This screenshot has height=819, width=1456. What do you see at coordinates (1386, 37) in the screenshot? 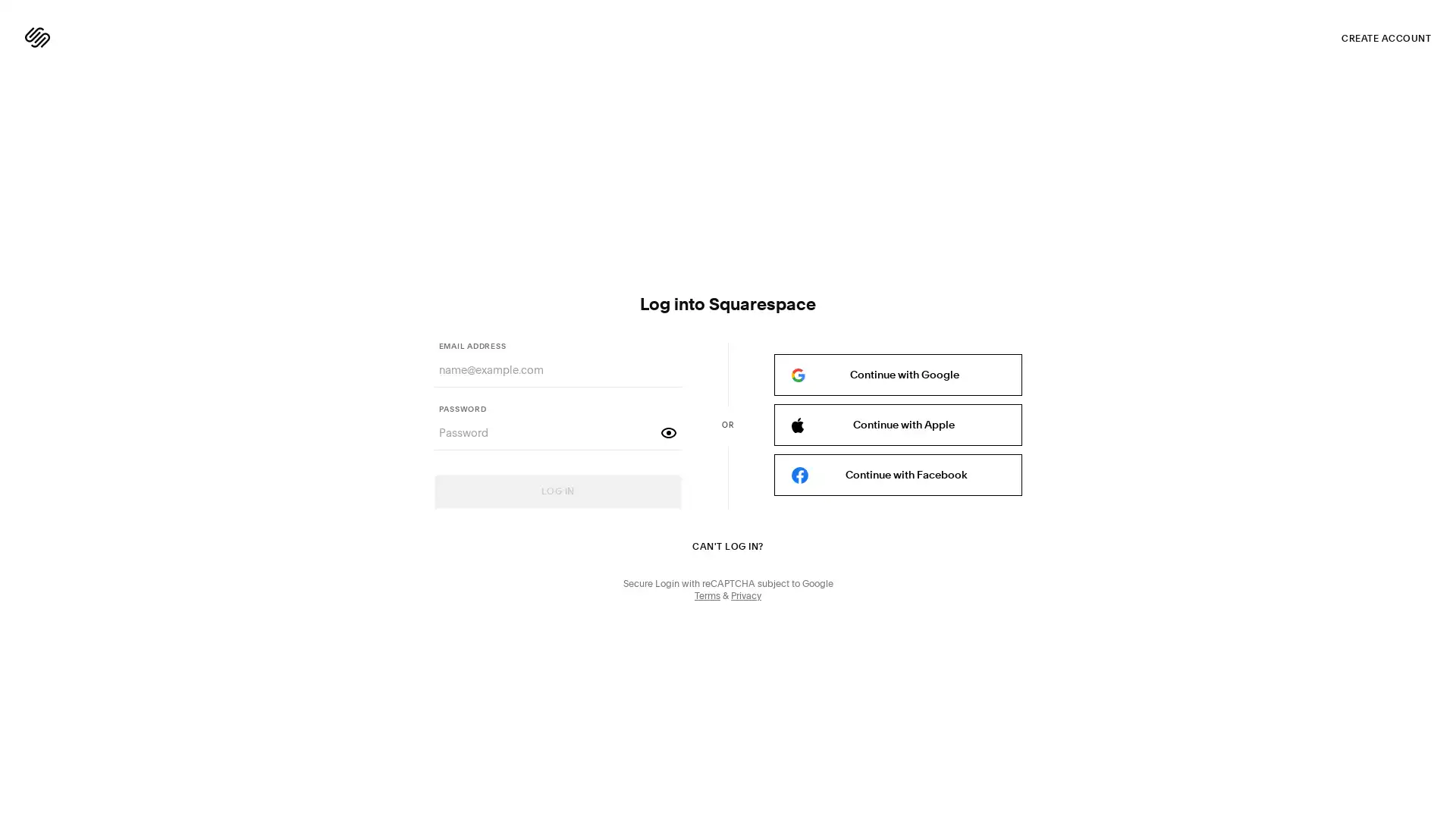
I see `CREATE ACCOUNT` at bounding box center [1386, 37].